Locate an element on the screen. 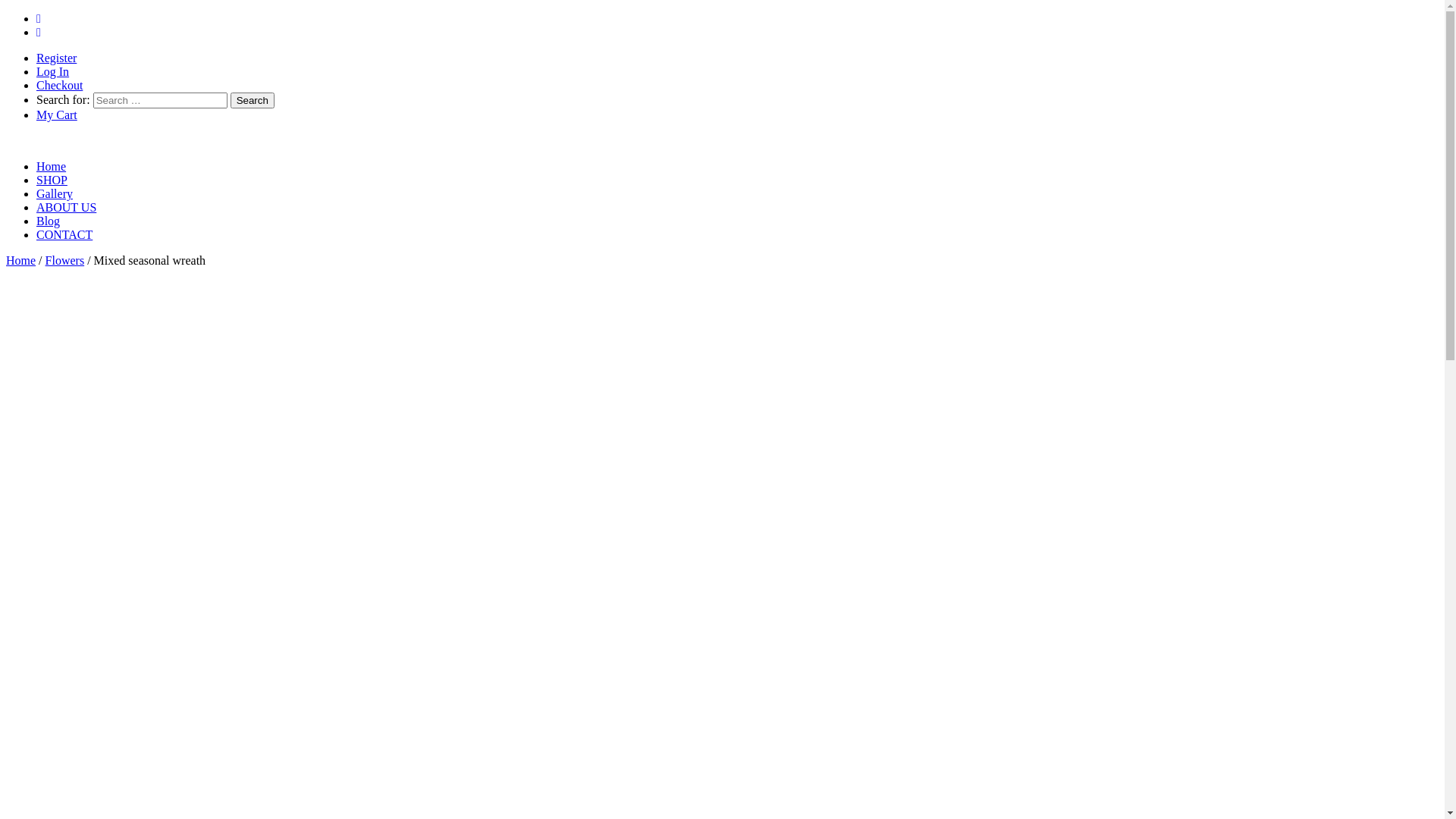  'Log In' is located at coordinates (52, 71).